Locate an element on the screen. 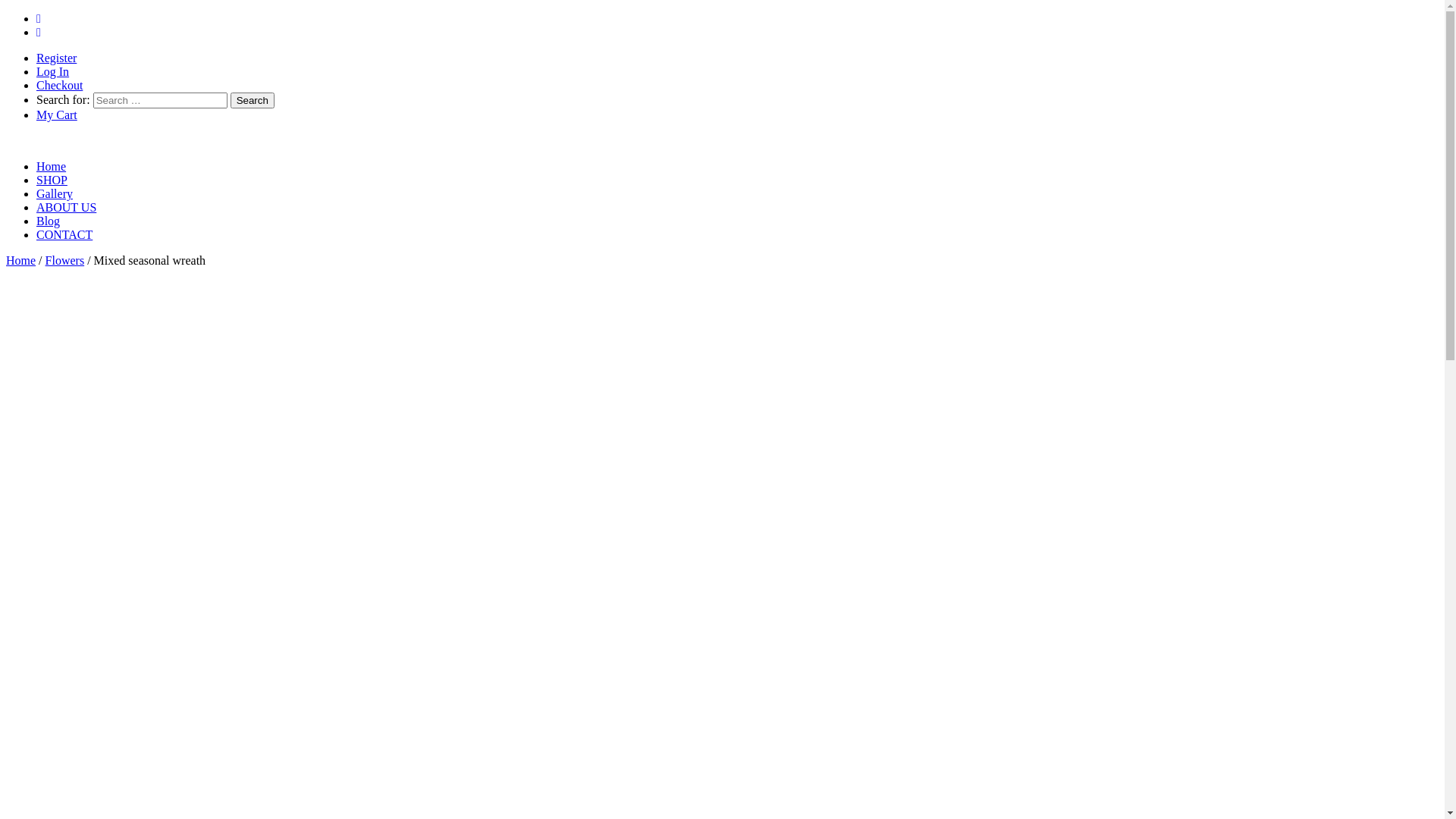  'Log In' is located at coordinates (52, 71).